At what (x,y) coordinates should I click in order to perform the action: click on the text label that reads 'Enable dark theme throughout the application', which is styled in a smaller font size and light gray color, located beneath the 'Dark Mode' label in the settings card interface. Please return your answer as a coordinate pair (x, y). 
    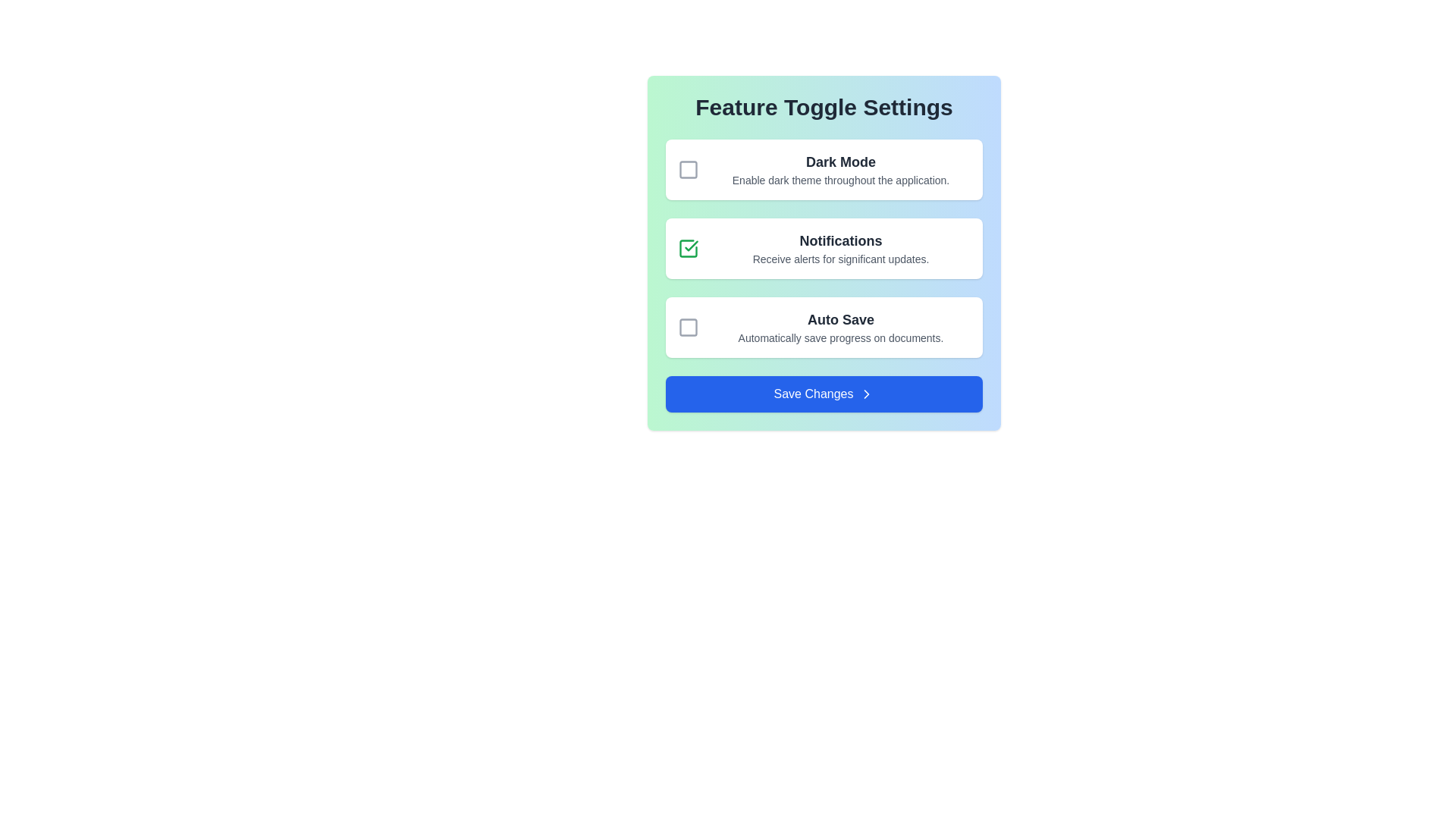
    Looking at the image, I should click on (839, 180).